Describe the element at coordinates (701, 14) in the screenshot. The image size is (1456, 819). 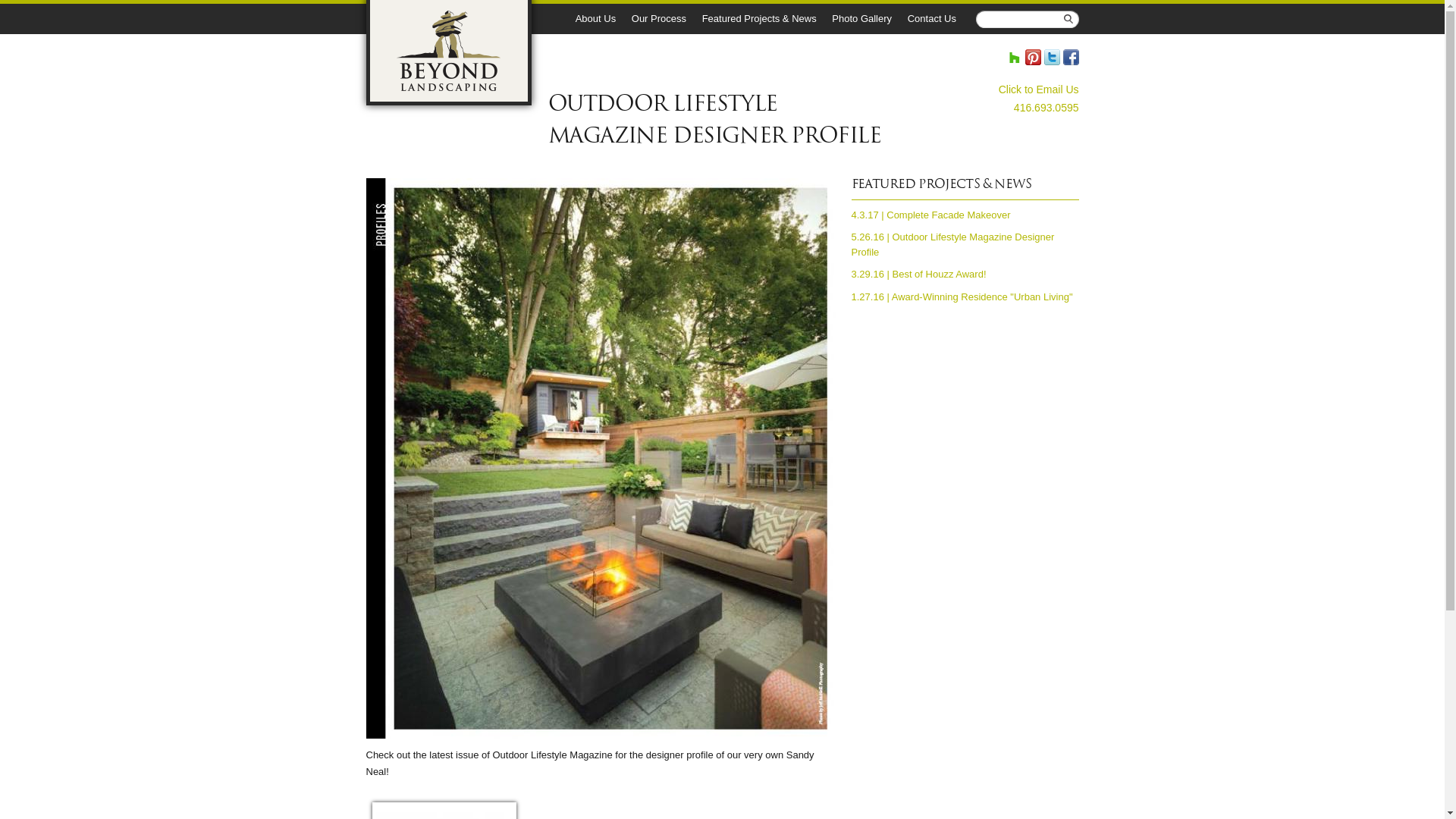
I see `'Featured Projects & News'` at that location.